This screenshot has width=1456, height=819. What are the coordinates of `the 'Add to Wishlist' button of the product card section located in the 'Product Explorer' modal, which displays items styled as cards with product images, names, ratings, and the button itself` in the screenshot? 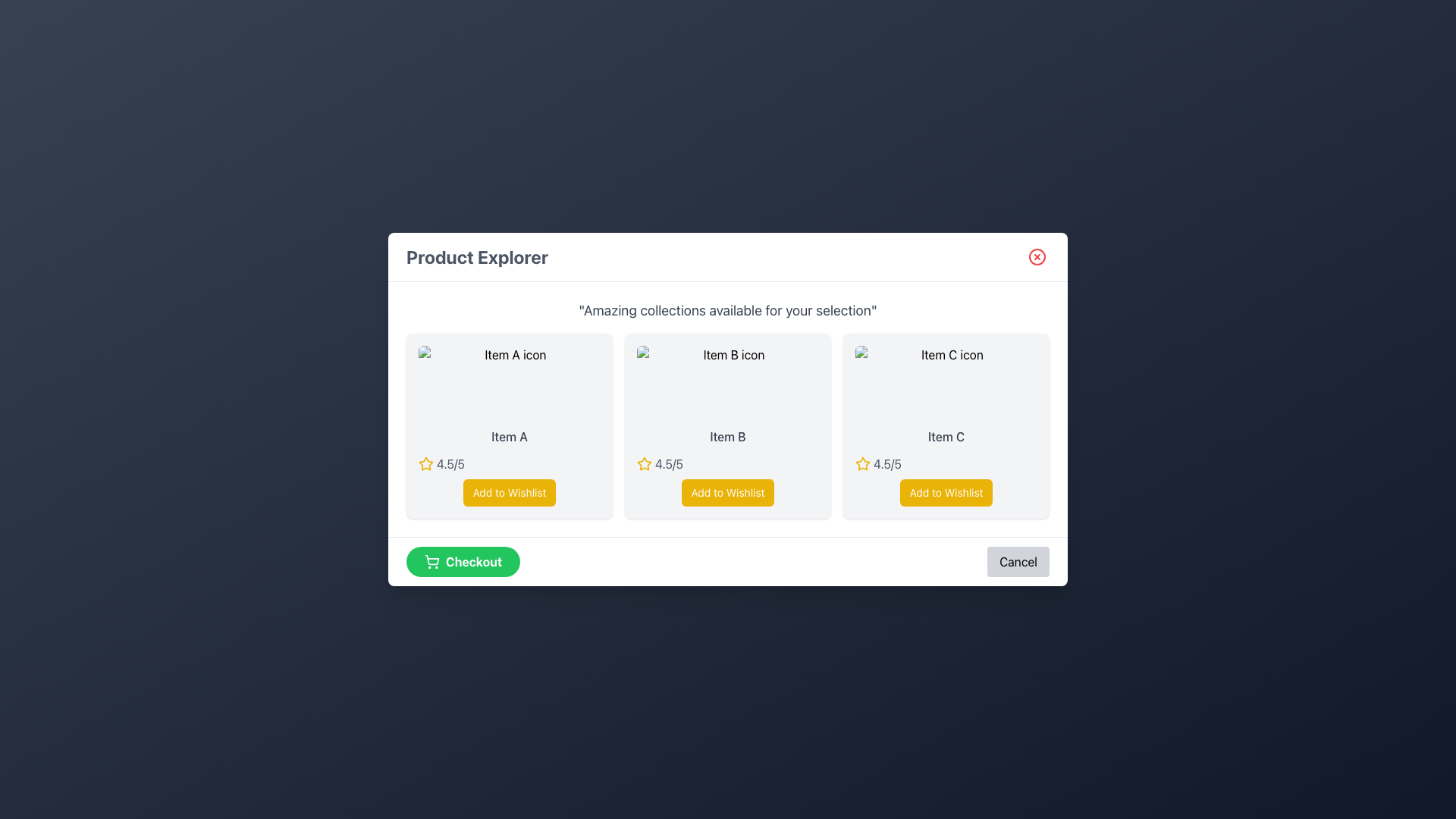 It's located at (728, 409).